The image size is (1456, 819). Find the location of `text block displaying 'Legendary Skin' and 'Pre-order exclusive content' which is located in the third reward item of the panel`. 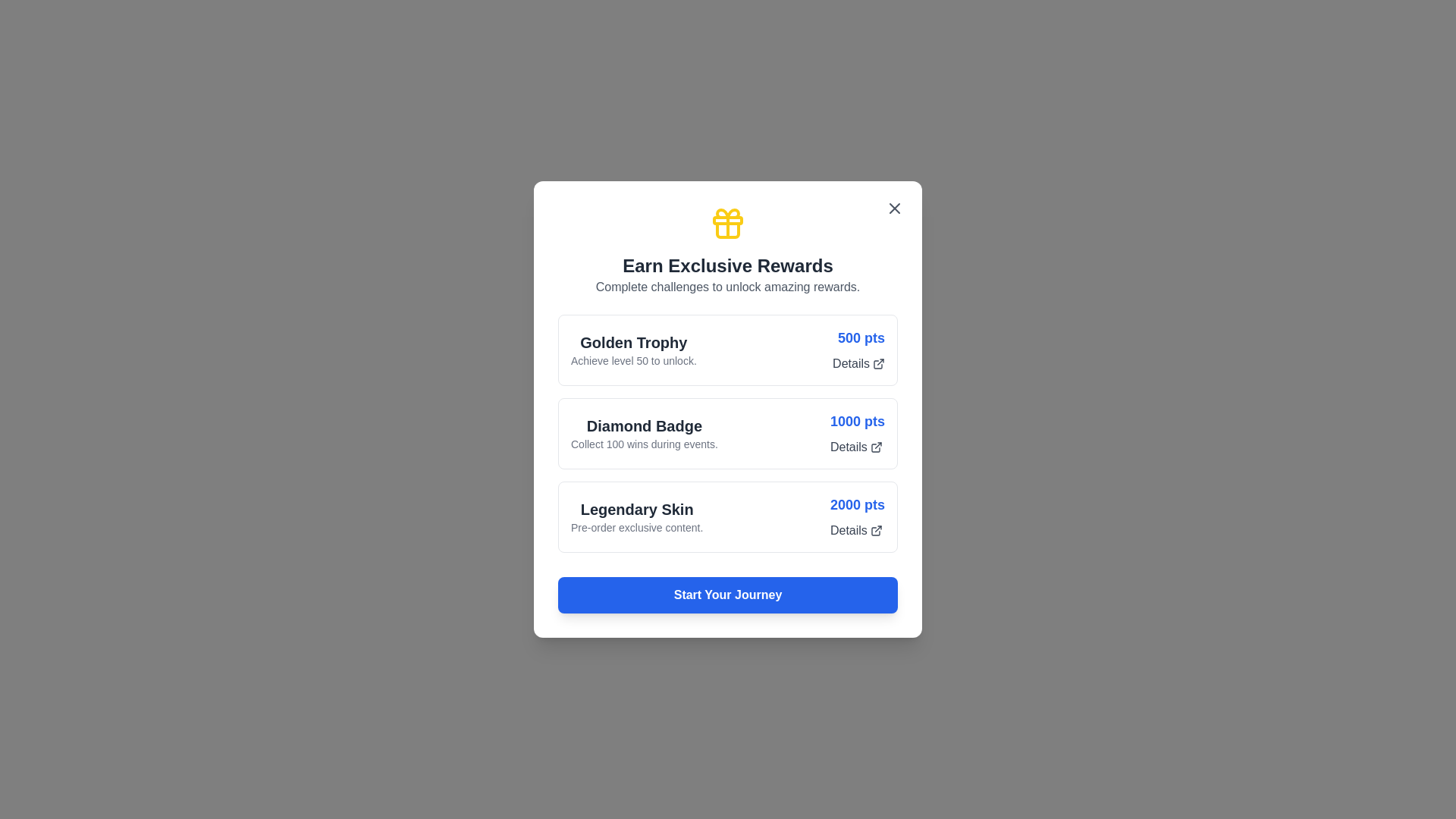

text block displaying 'Legendary Skin' and 'Pre-order exclusive content' which is located in the third reward item of the panel is located at coordinates (637, 516).